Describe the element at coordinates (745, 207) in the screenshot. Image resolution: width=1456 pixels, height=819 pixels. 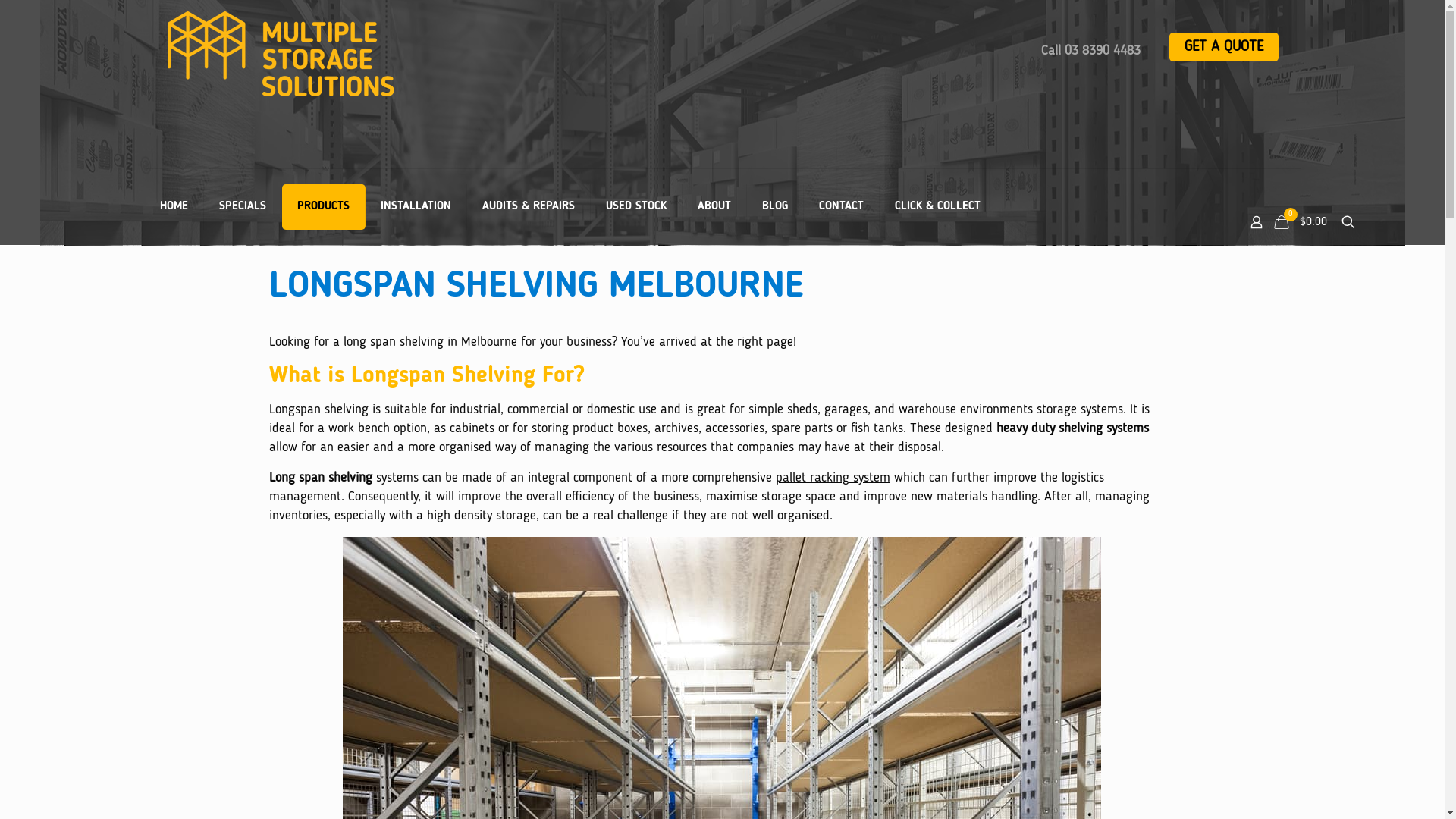
I see `'BLOG'` at that location.